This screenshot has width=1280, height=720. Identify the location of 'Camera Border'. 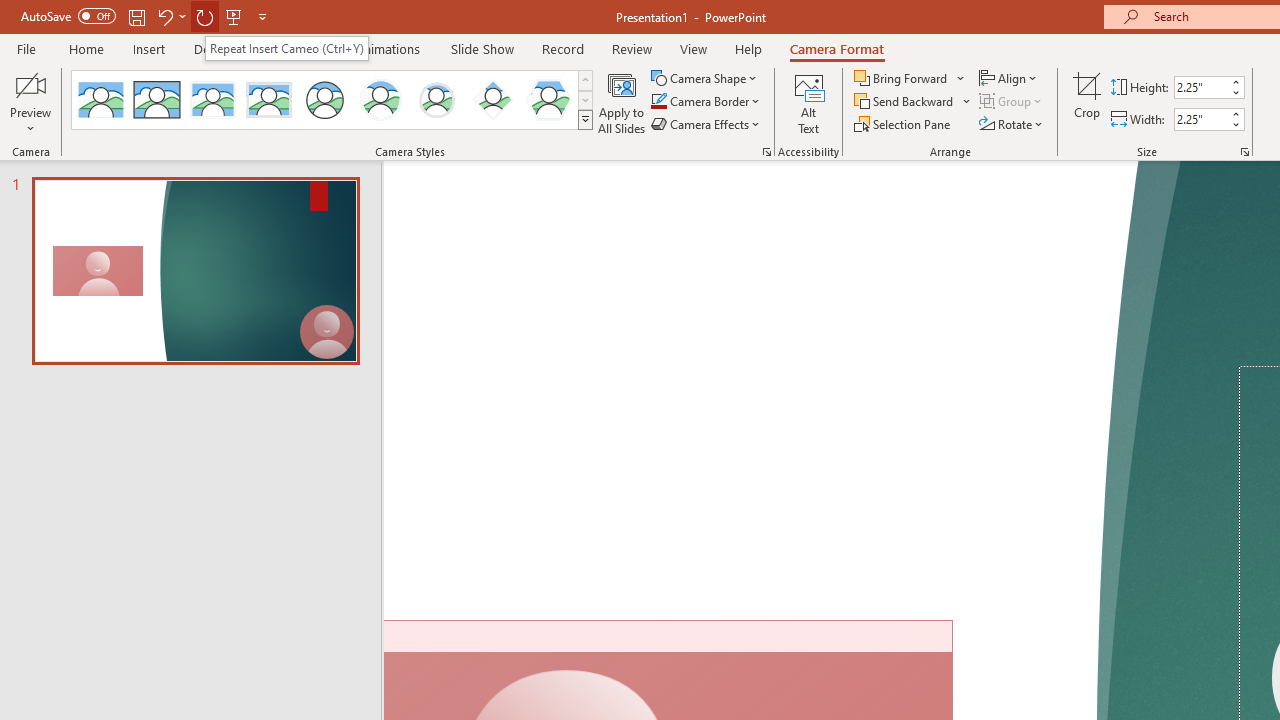
(706, 101).